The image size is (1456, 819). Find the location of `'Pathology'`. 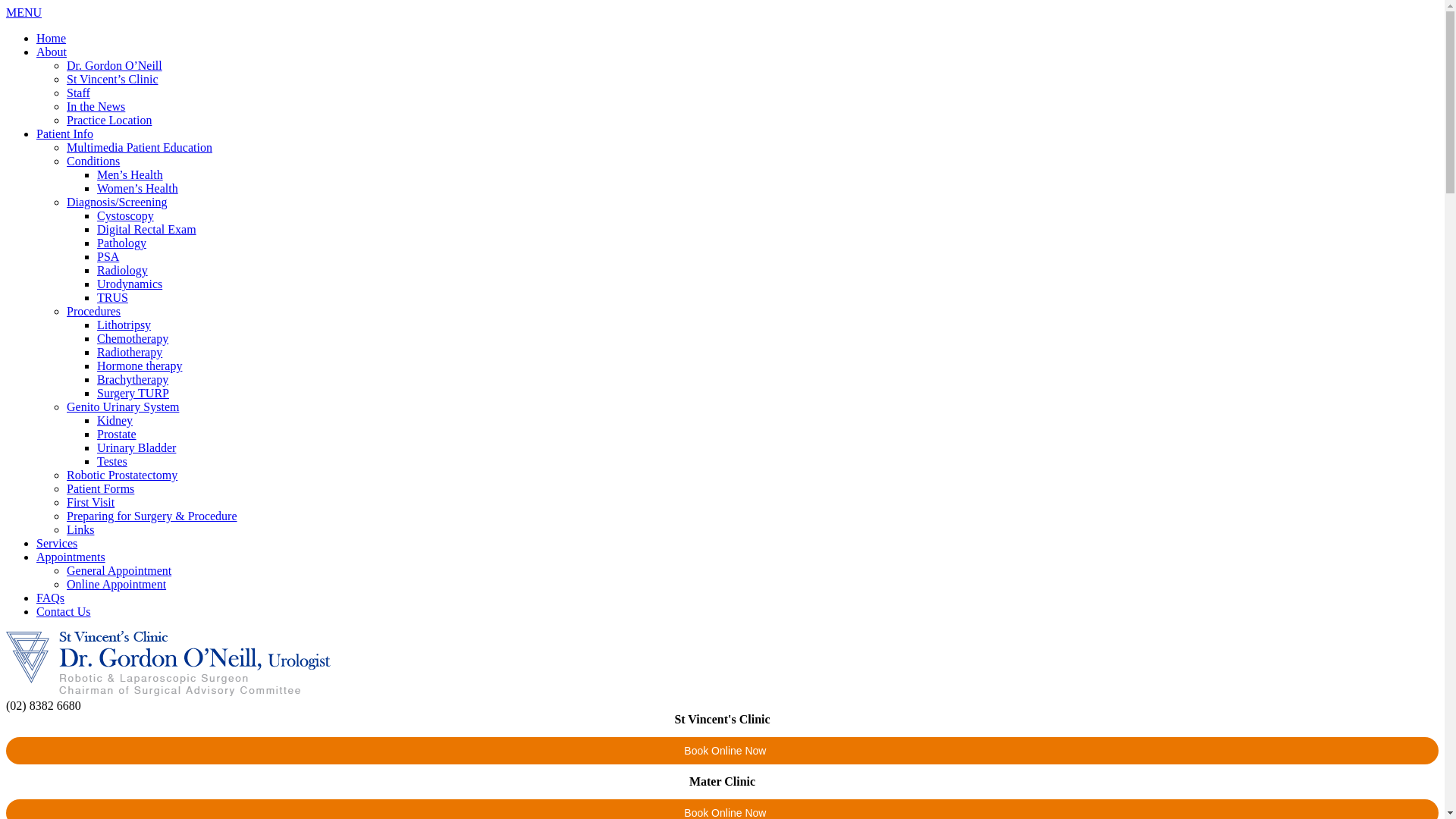

'Pathology' is located at coordinates (121, 242).